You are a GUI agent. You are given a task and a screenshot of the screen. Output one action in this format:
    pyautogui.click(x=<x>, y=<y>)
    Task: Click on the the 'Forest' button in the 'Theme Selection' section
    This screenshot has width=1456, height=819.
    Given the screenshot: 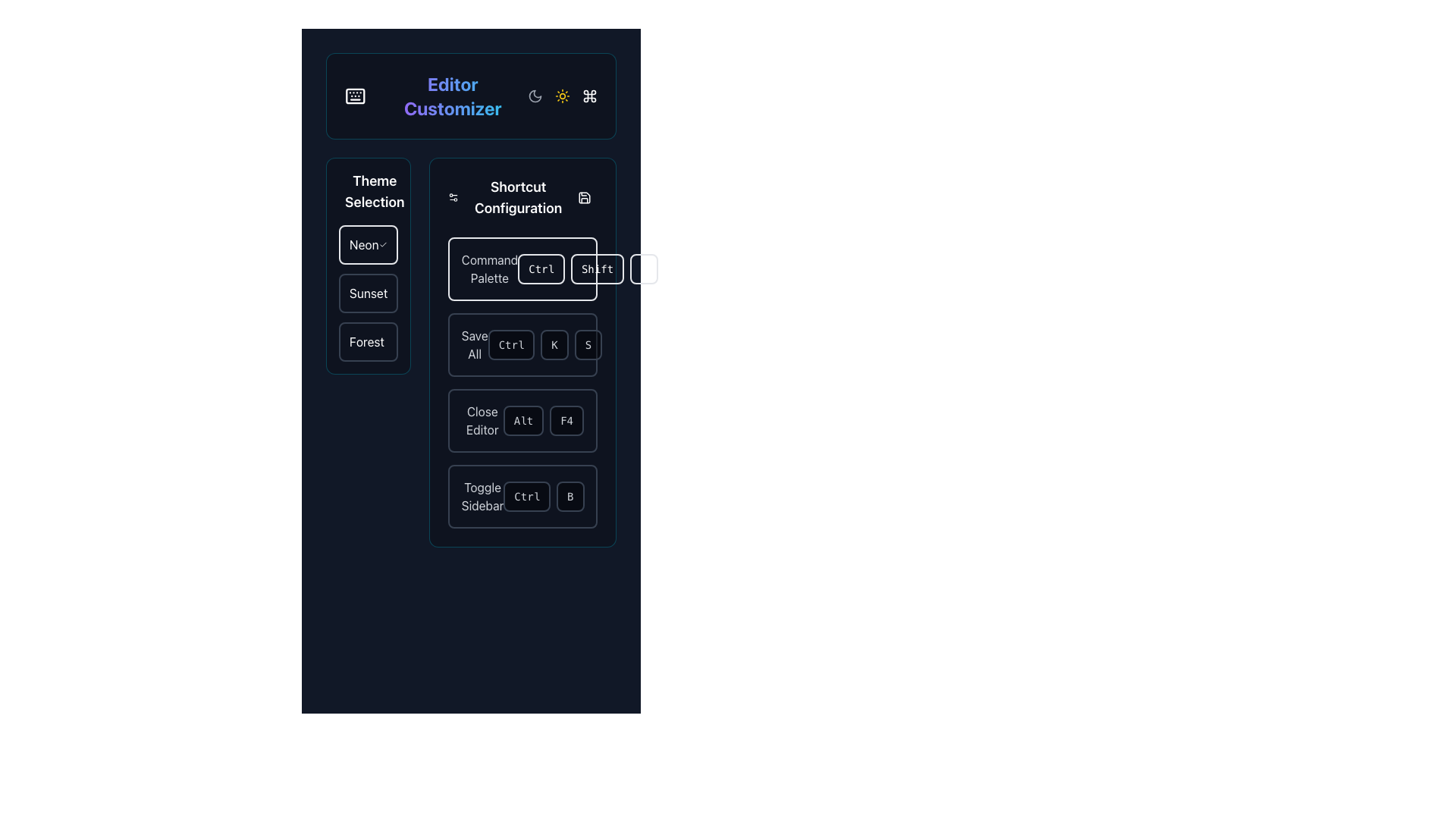 What is the action you would take?
    pyautogui.click(x=368, y=342)
    